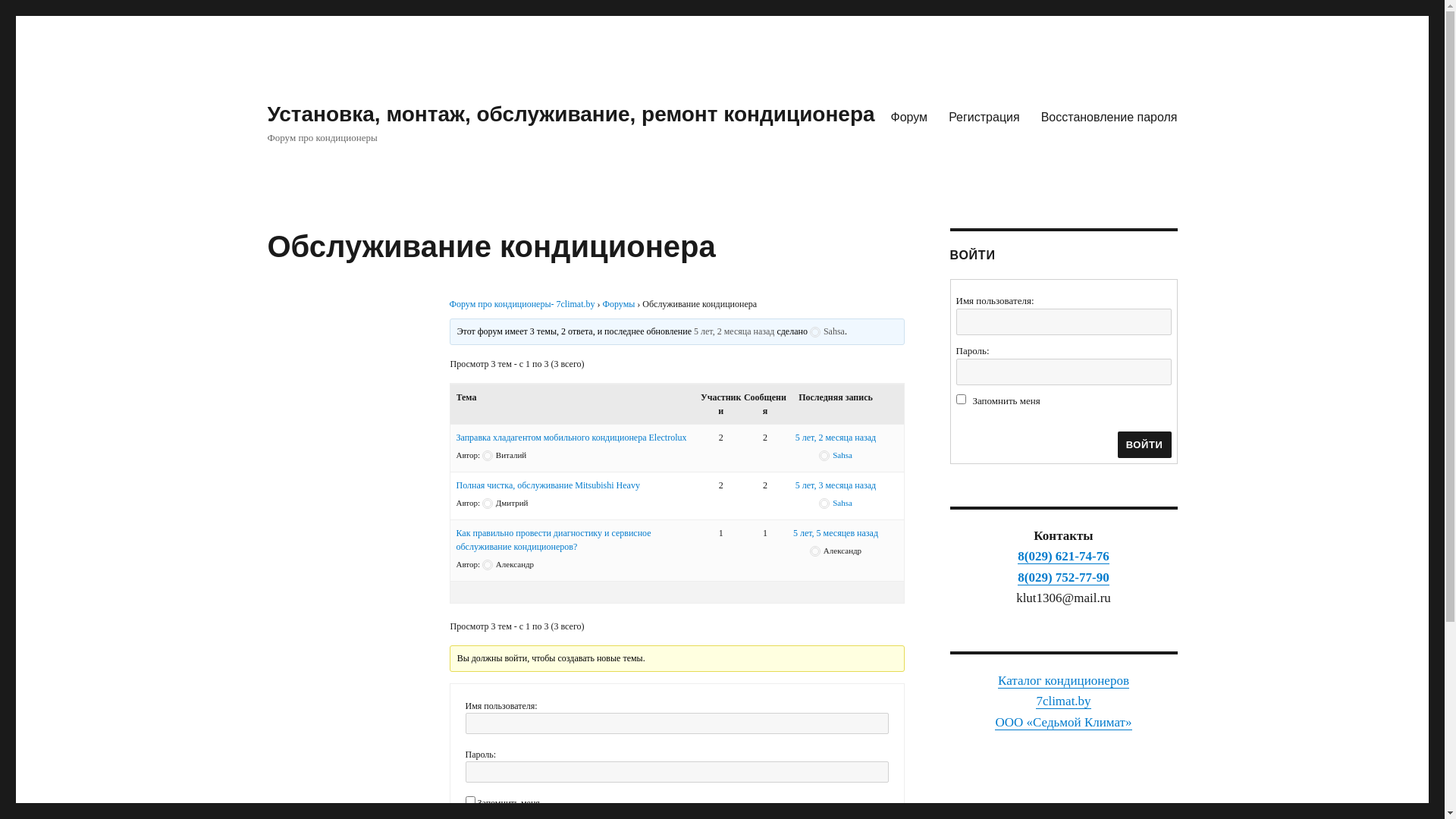  What do you see at coordinates (826, 330) in the screenshot?
I see `'Sahsa'` at bounding box center [826, 330].